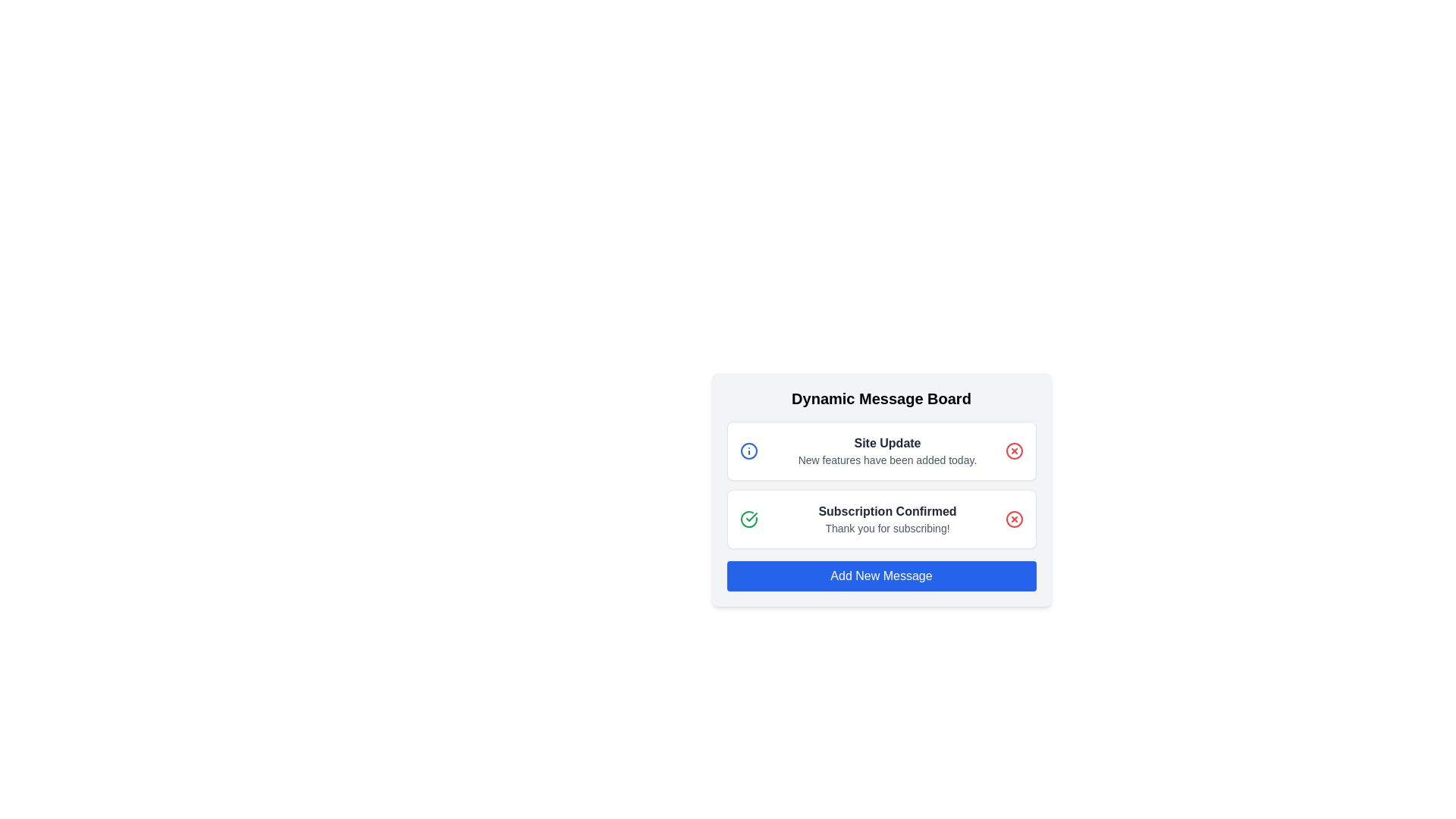 The width and height of the screenshot is (1456, 819). Describe the element at coordinates (887, 450) in the screenshot. I see `the text block that displays 'Site Update' and 'New features have been added today.'` at that location.